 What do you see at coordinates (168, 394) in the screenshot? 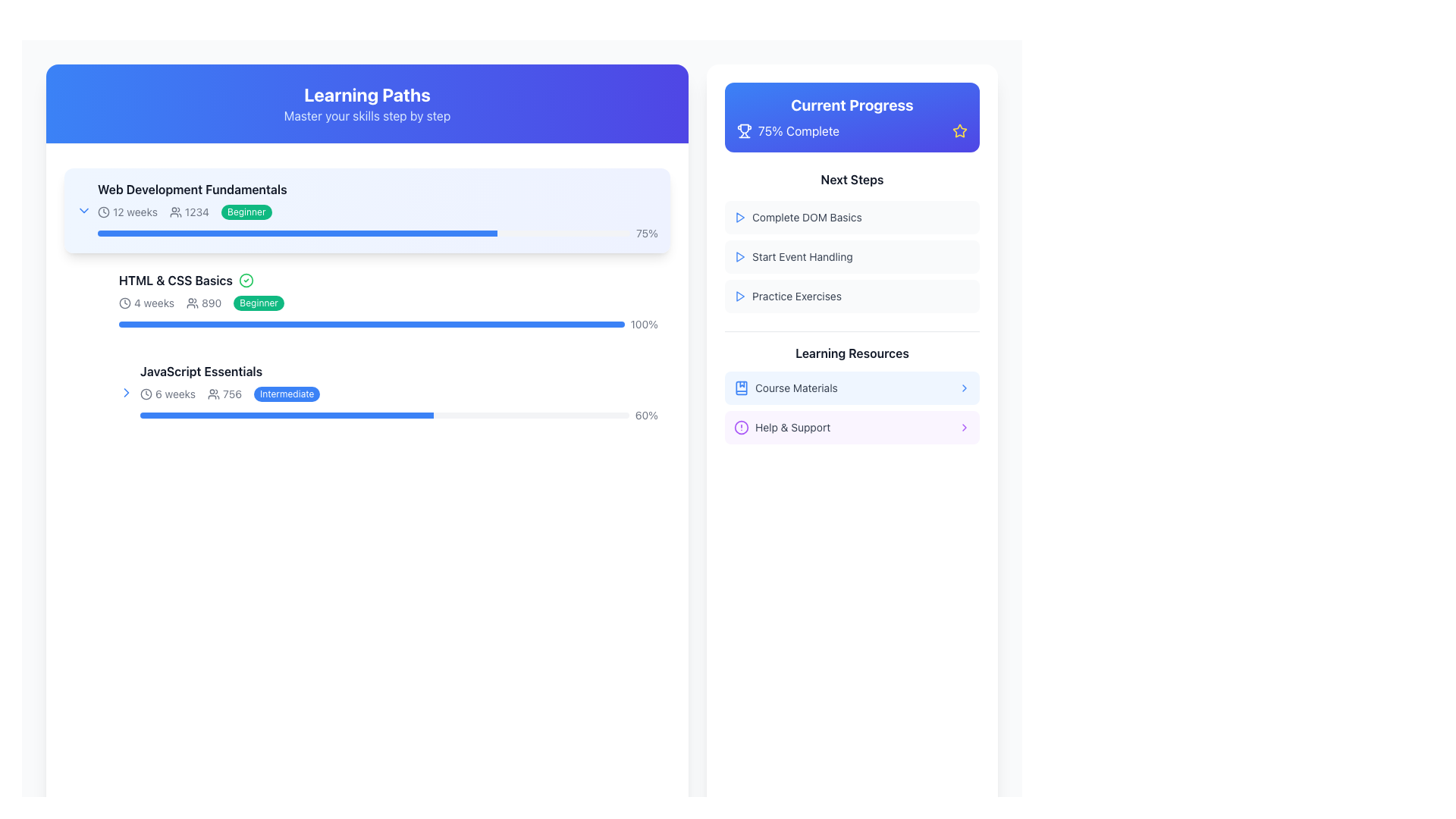
I see `the '6 weeks' text element with a clock icon located in the 'JavaScript Essentials' section of the 'Learning Paths' page, which is adjacent to '756' and left of the 'Intermediate' label` at bounding box center [168, 394].